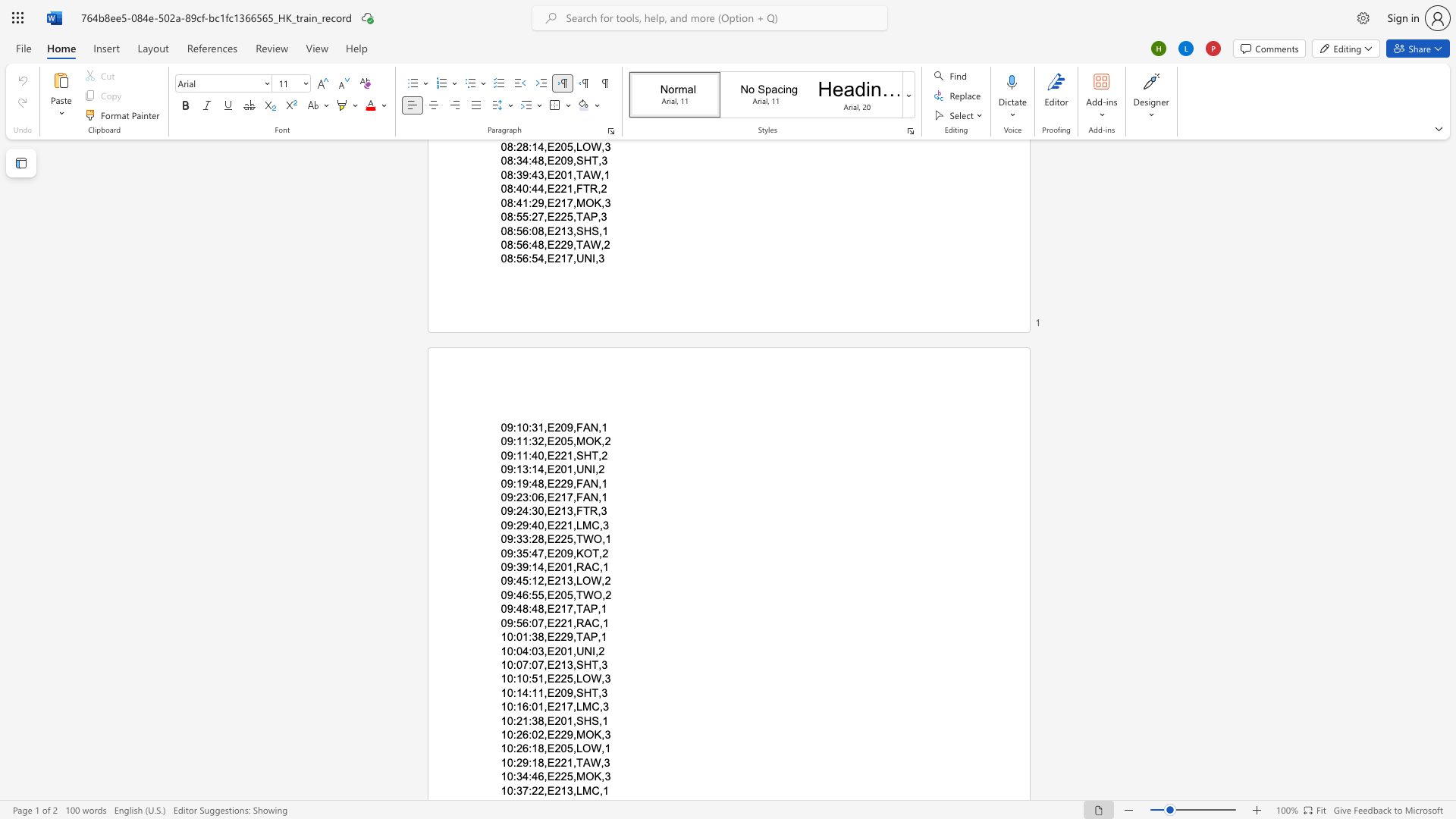  I want to click on the subset text ",E221,LMC" within the text "09:29:40,E221,LMC,3", so click(544, 524).